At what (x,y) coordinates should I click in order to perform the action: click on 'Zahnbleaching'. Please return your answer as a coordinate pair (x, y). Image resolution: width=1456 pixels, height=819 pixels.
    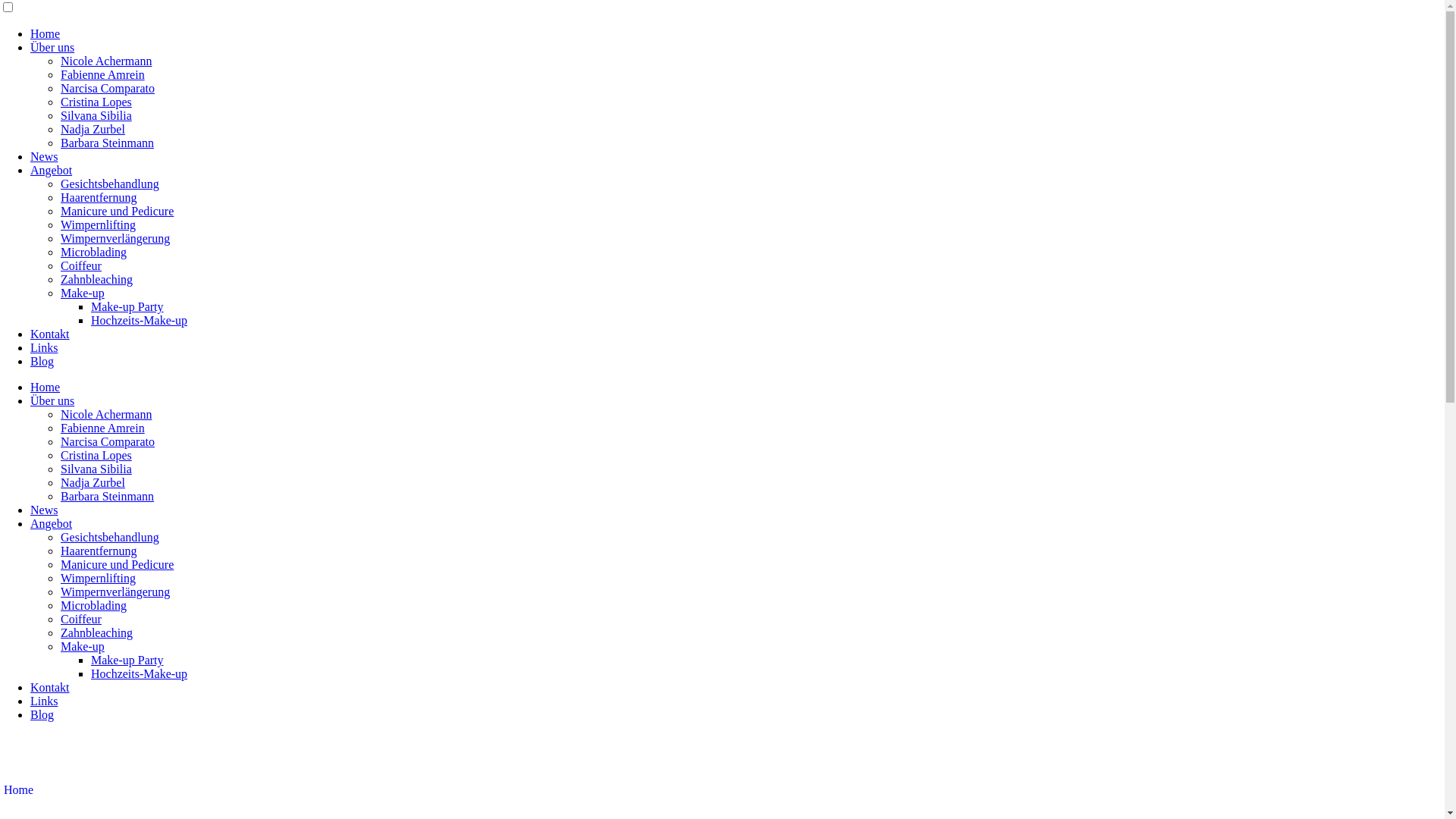
    Looking at the image, I should click on (96, 279).